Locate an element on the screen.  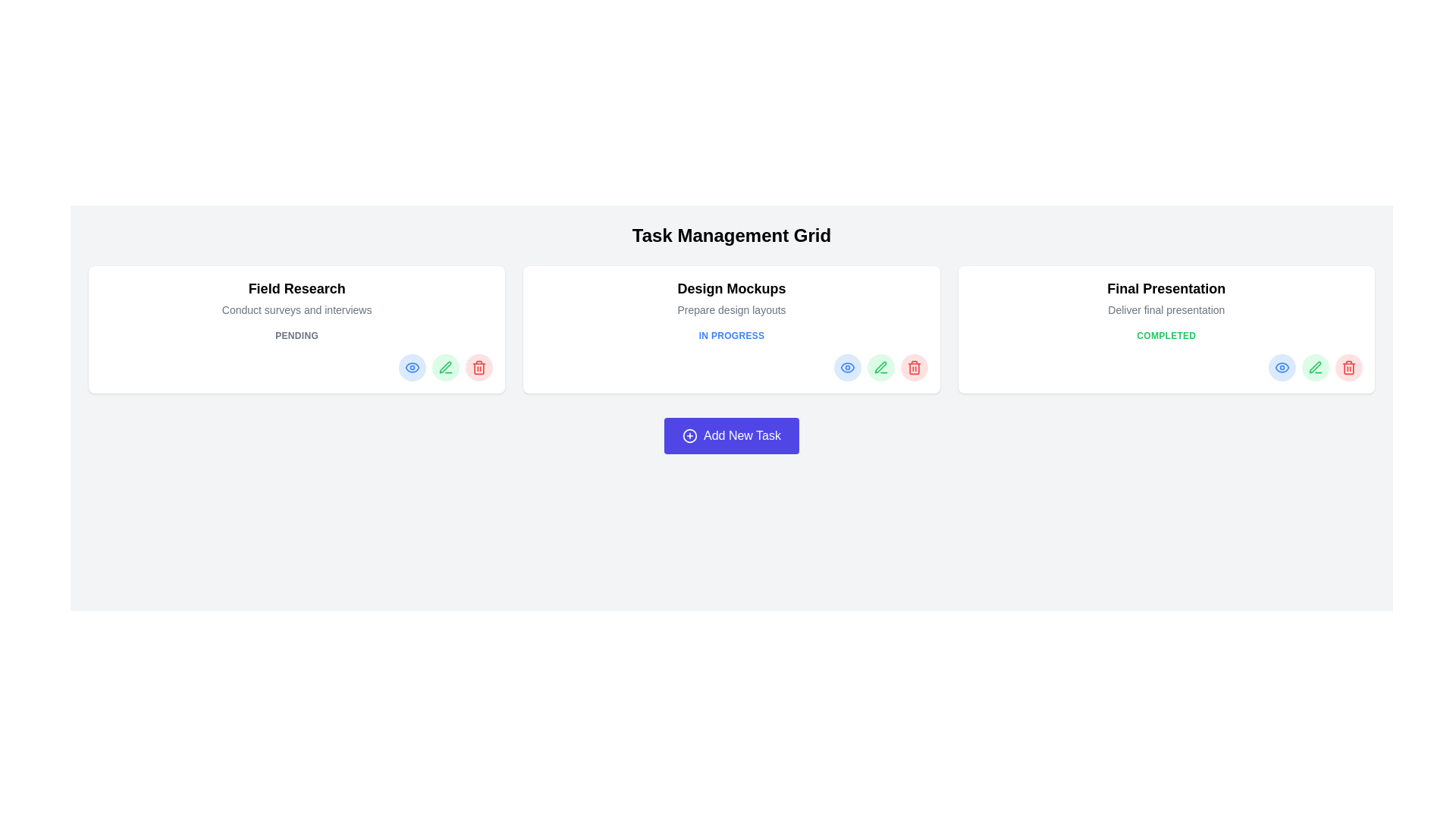
the second button in the row of task card buttons to initiate the editing action for the associated task is located at coordinates (445, 368).